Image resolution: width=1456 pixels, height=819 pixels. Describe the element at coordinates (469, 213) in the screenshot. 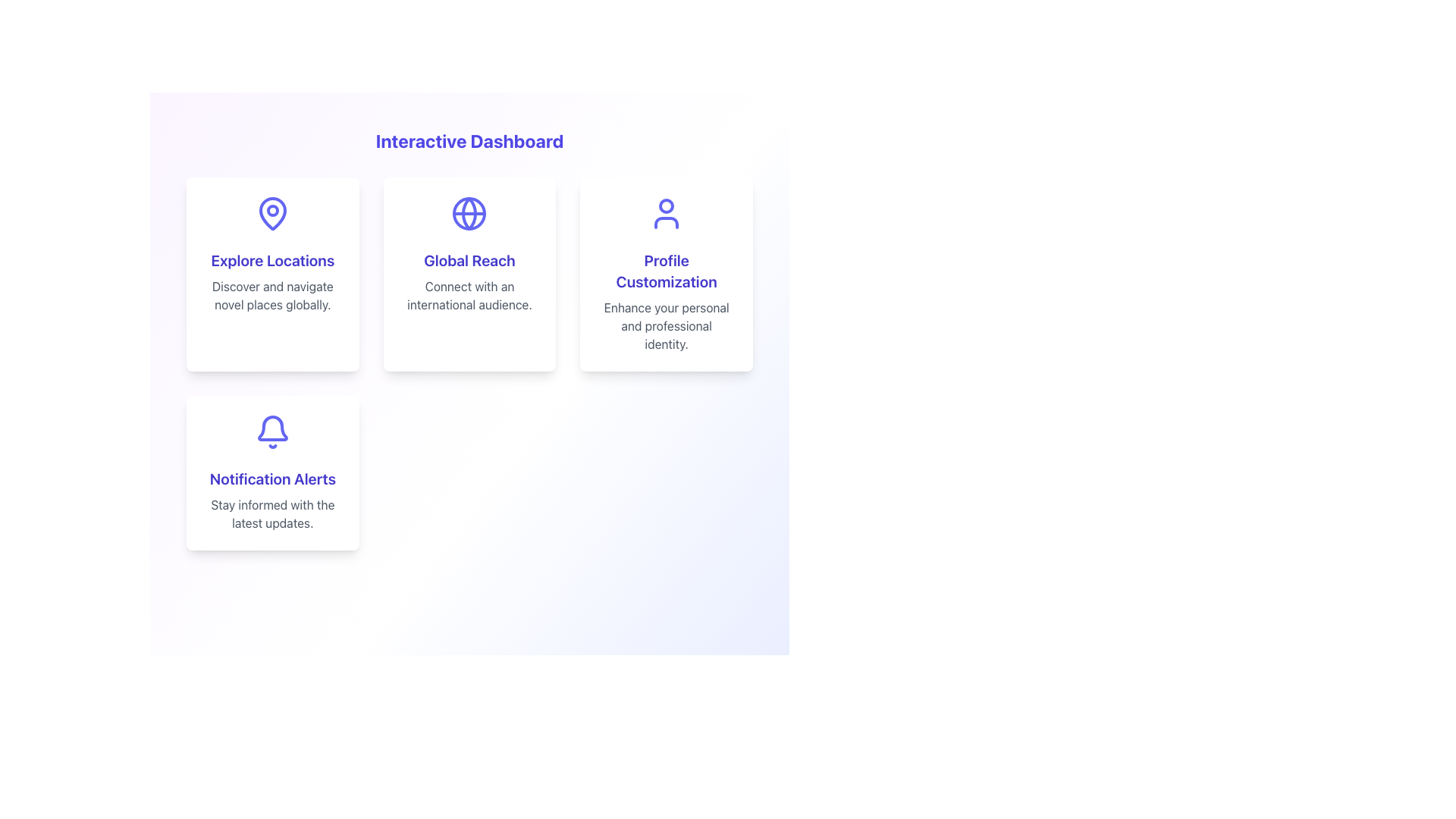

I see `the globe icon located at the top center of the 'Global Reach' card` at that location.